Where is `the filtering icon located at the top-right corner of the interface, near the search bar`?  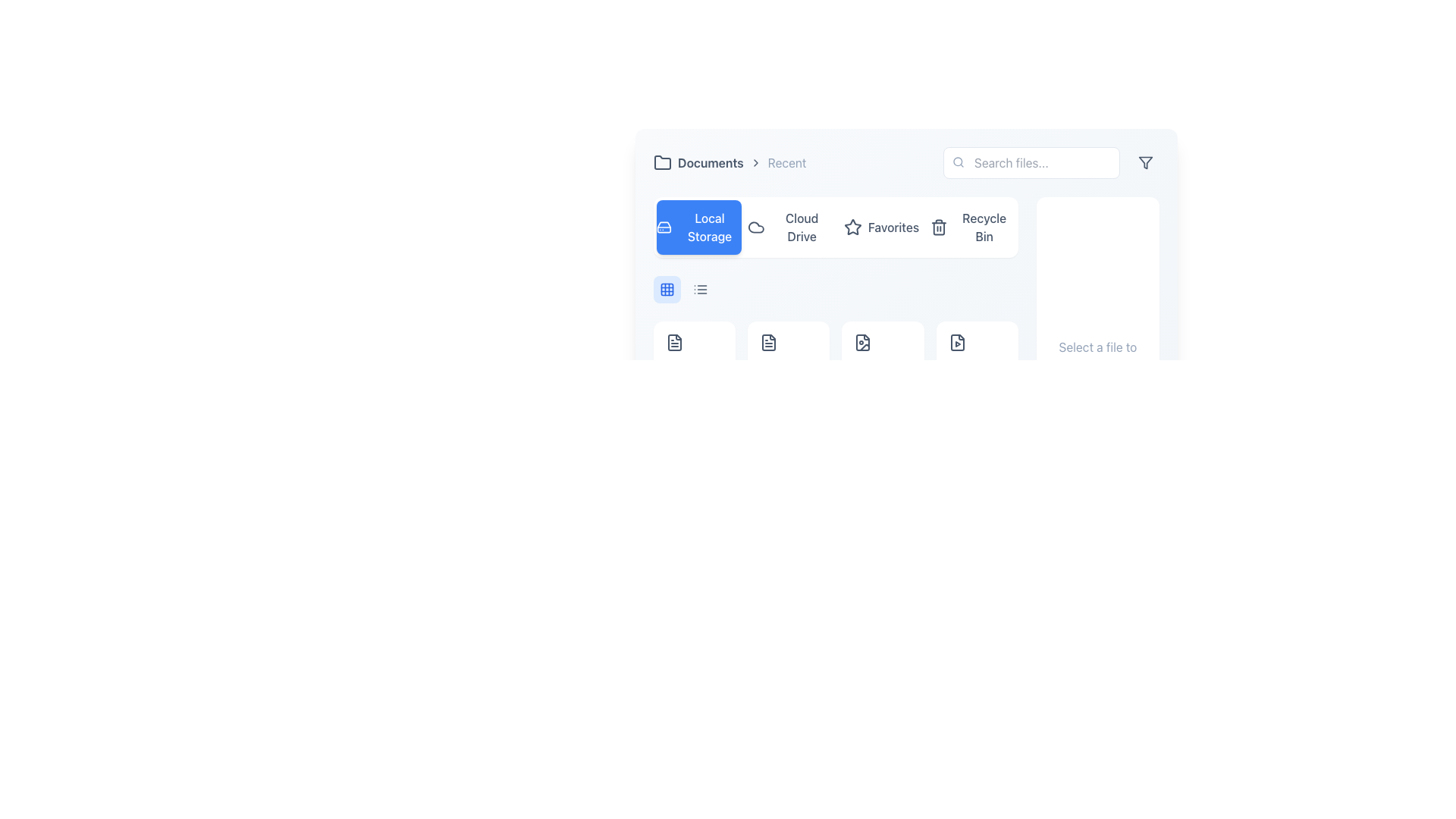 the filtering icon located at the top-right corner of the interface, near the search bar is located at coordinates (1146, 163).